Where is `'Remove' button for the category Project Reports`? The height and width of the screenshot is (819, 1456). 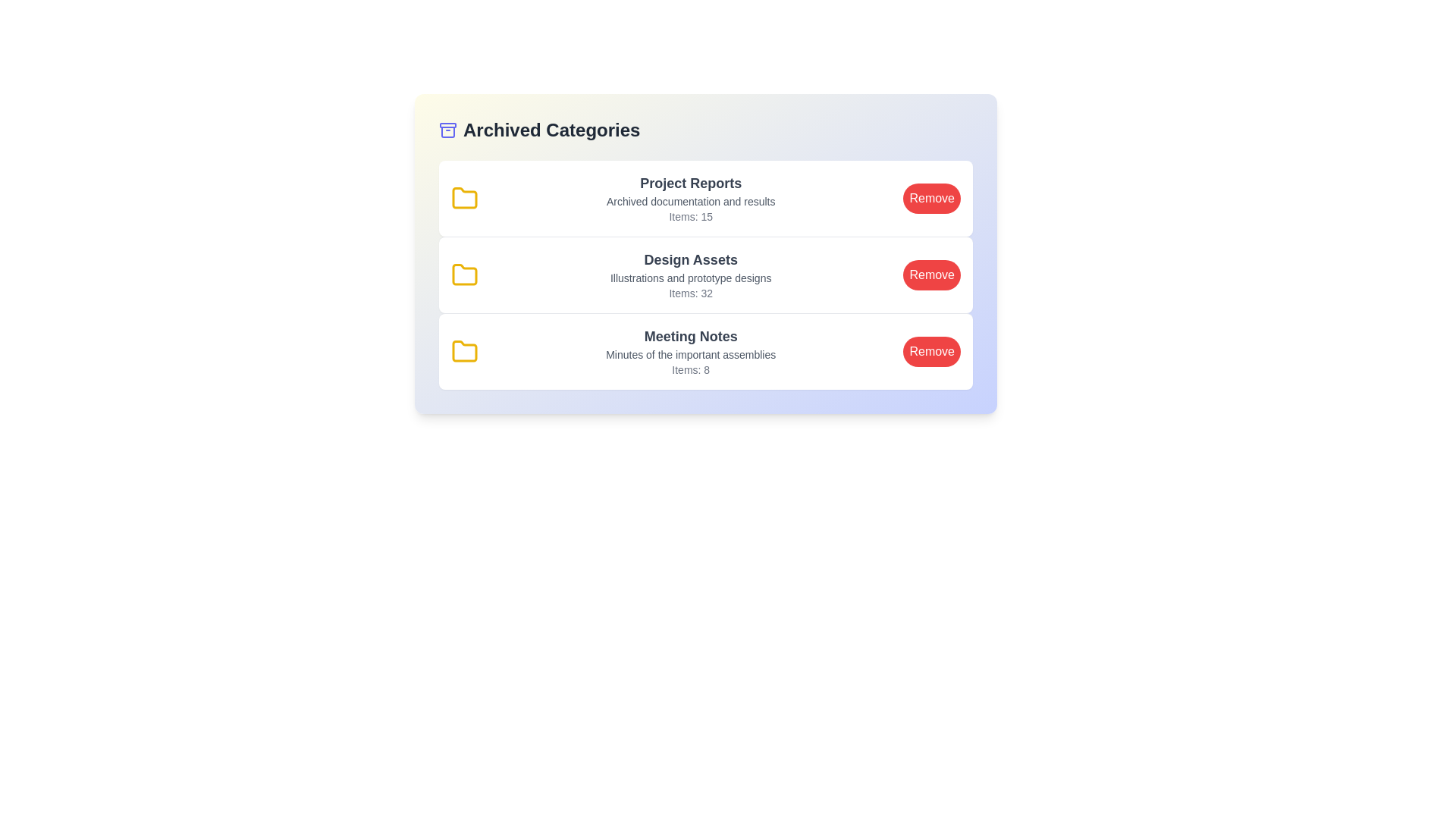 'Remove' button for the category Project Reports is located at coordinates (931, 198).